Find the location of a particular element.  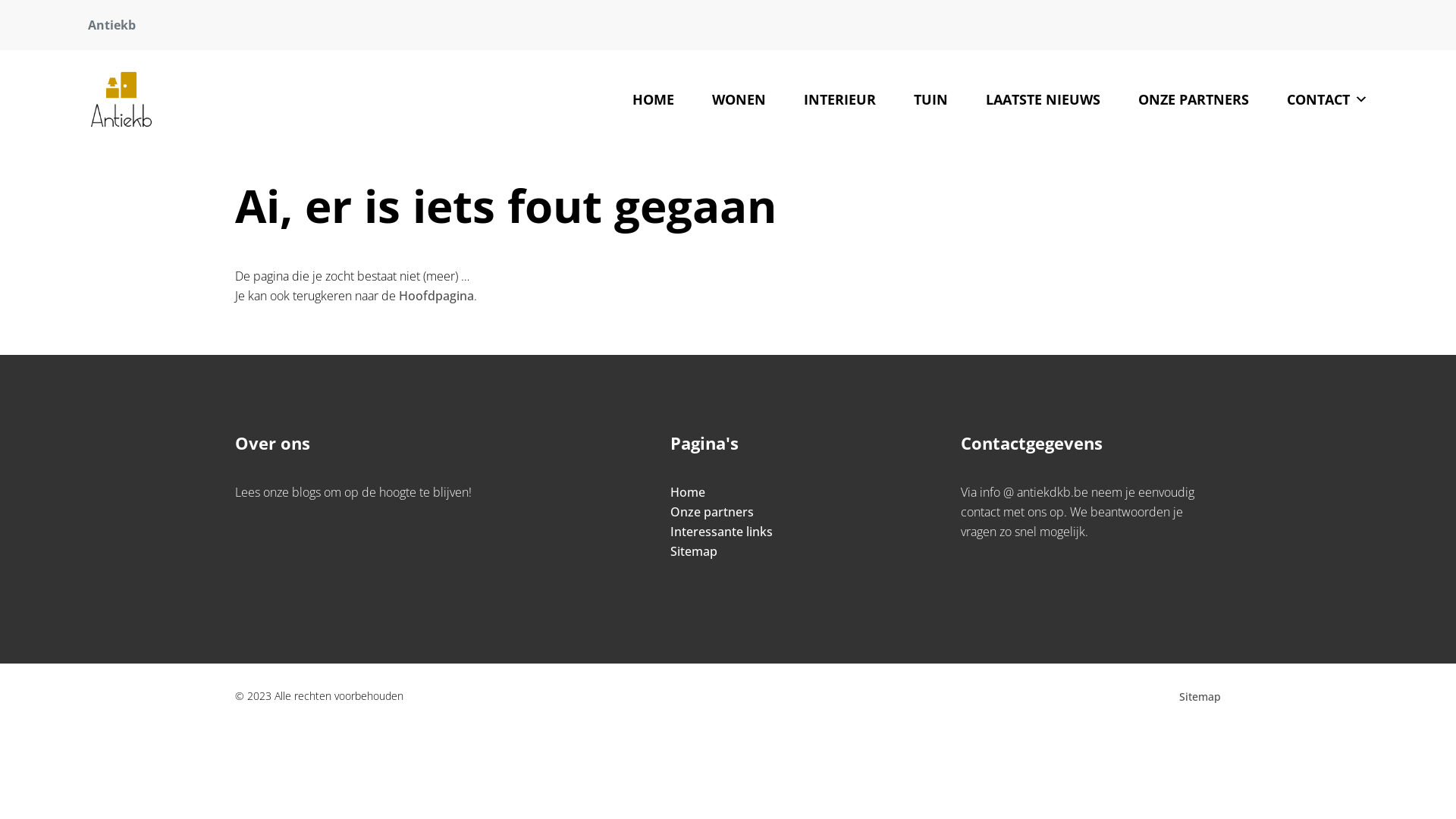

'INTERIEUR' is located at coordinates (839, 99).